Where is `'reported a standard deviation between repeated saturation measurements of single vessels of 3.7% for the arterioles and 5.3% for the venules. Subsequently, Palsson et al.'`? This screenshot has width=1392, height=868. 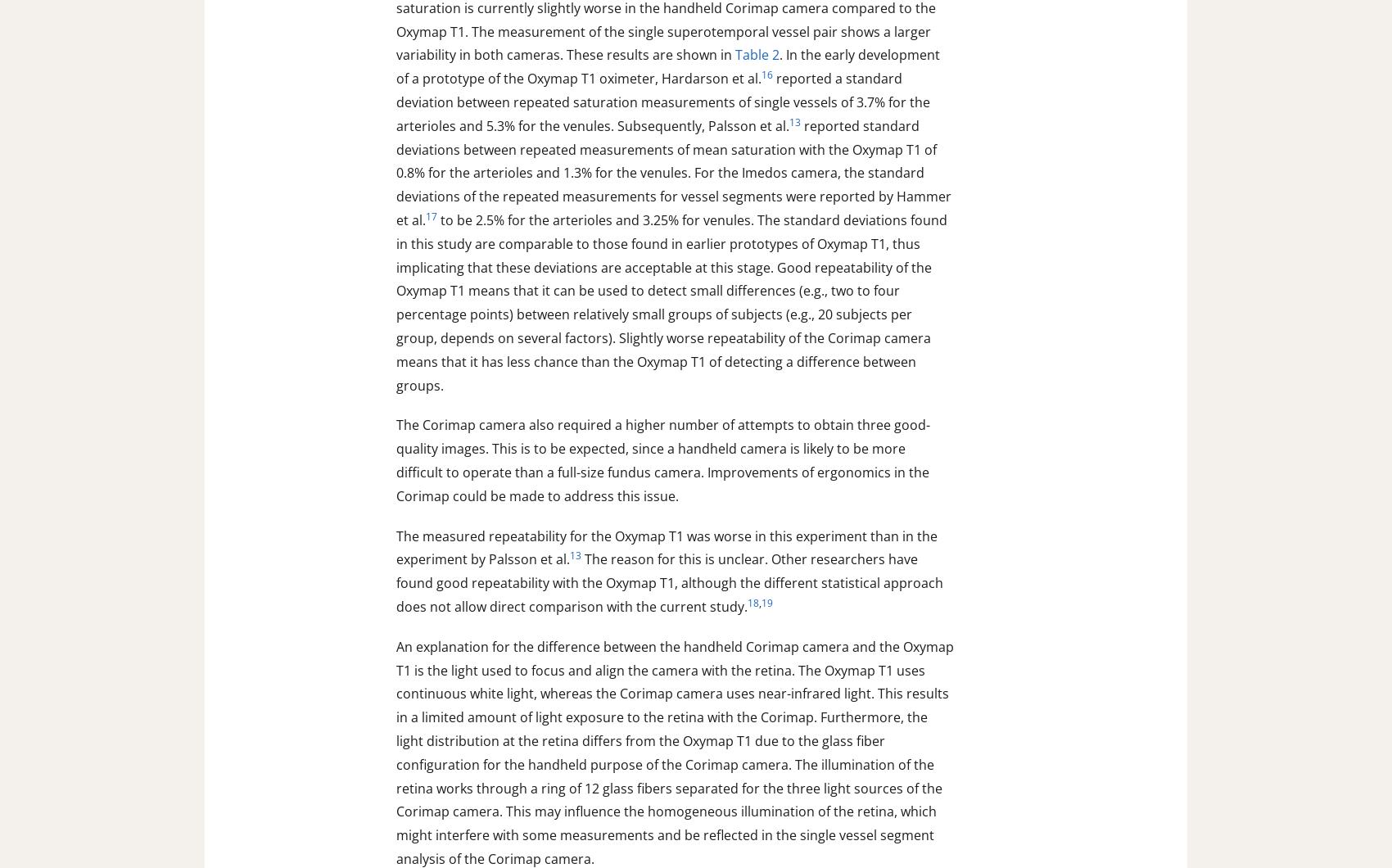 'reported a standard deviation between repeated saturation measurements of single vessels of 3.7% for the arterioles and 5.3% for the venules. Subsequently, Palsson et al.' is located at coordinates (662, 102).